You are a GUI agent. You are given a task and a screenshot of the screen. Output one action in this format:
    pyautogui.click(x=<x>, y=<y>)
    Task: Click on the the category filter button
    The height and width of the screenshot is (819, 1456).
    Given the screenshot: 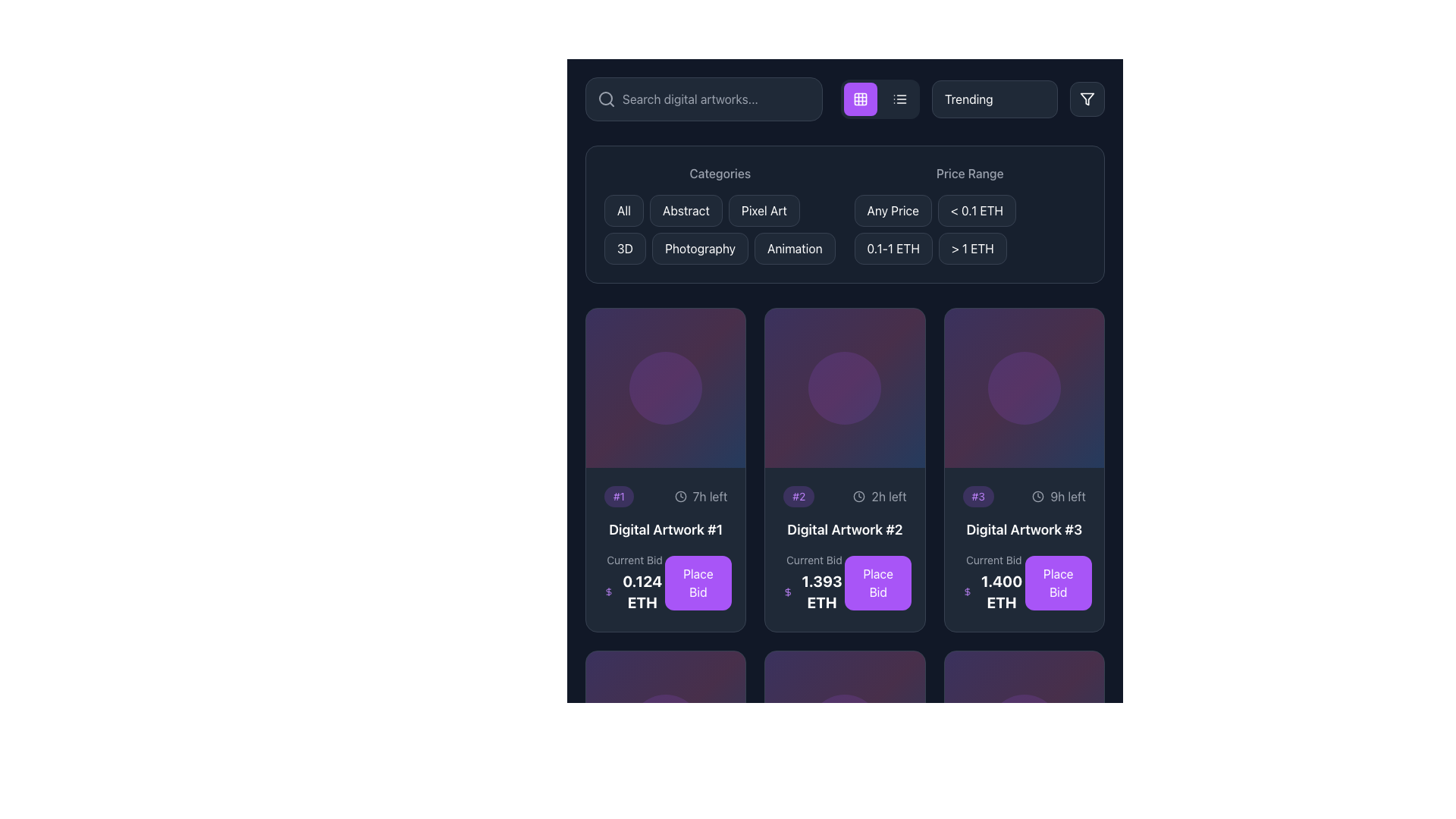 What is the action you would take?
    pyautogui.click(x=623, y=210)
    